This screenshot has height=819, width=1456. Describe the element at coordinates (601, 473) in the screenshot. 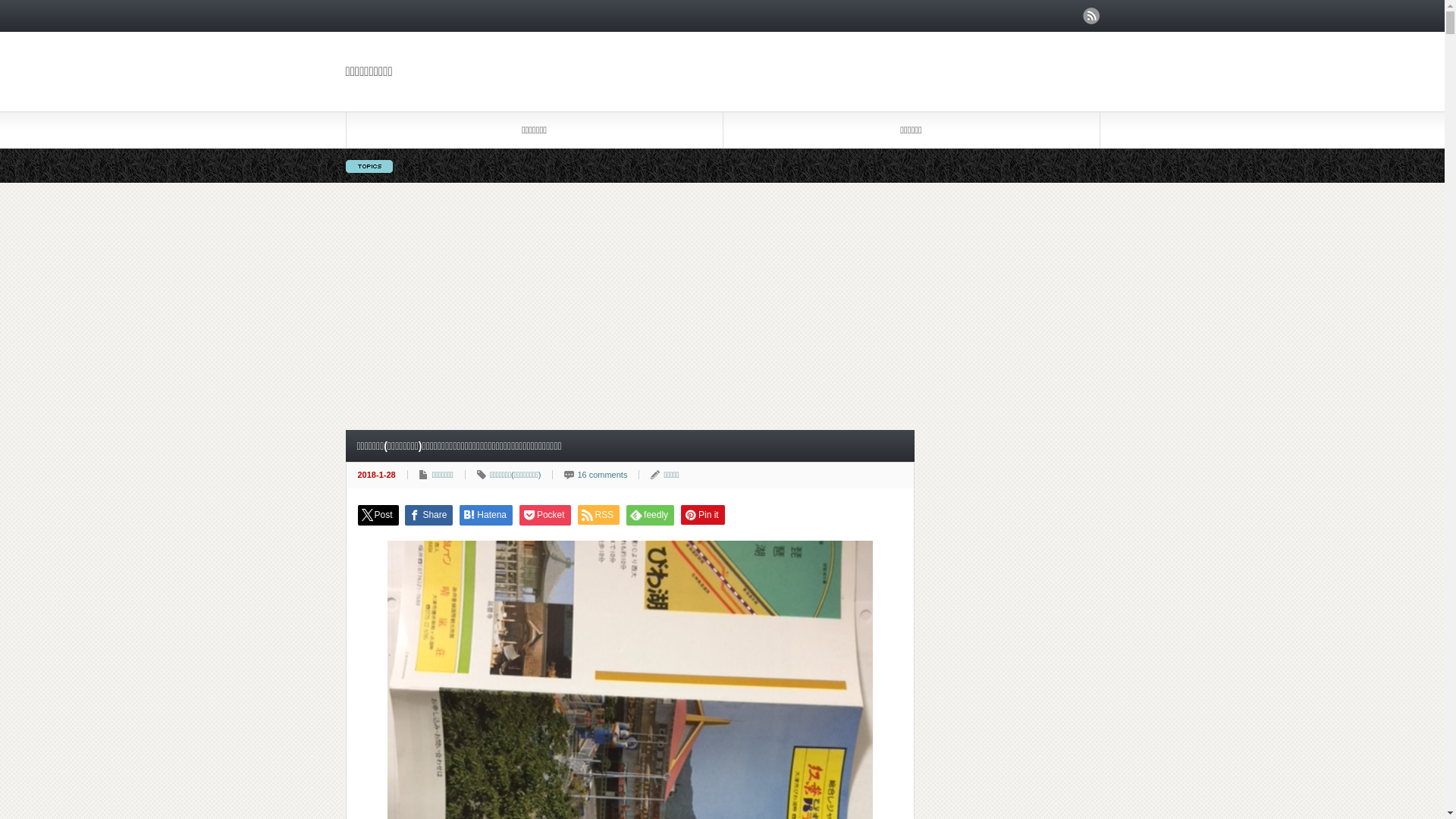

I see `'16 comments'` at that location.